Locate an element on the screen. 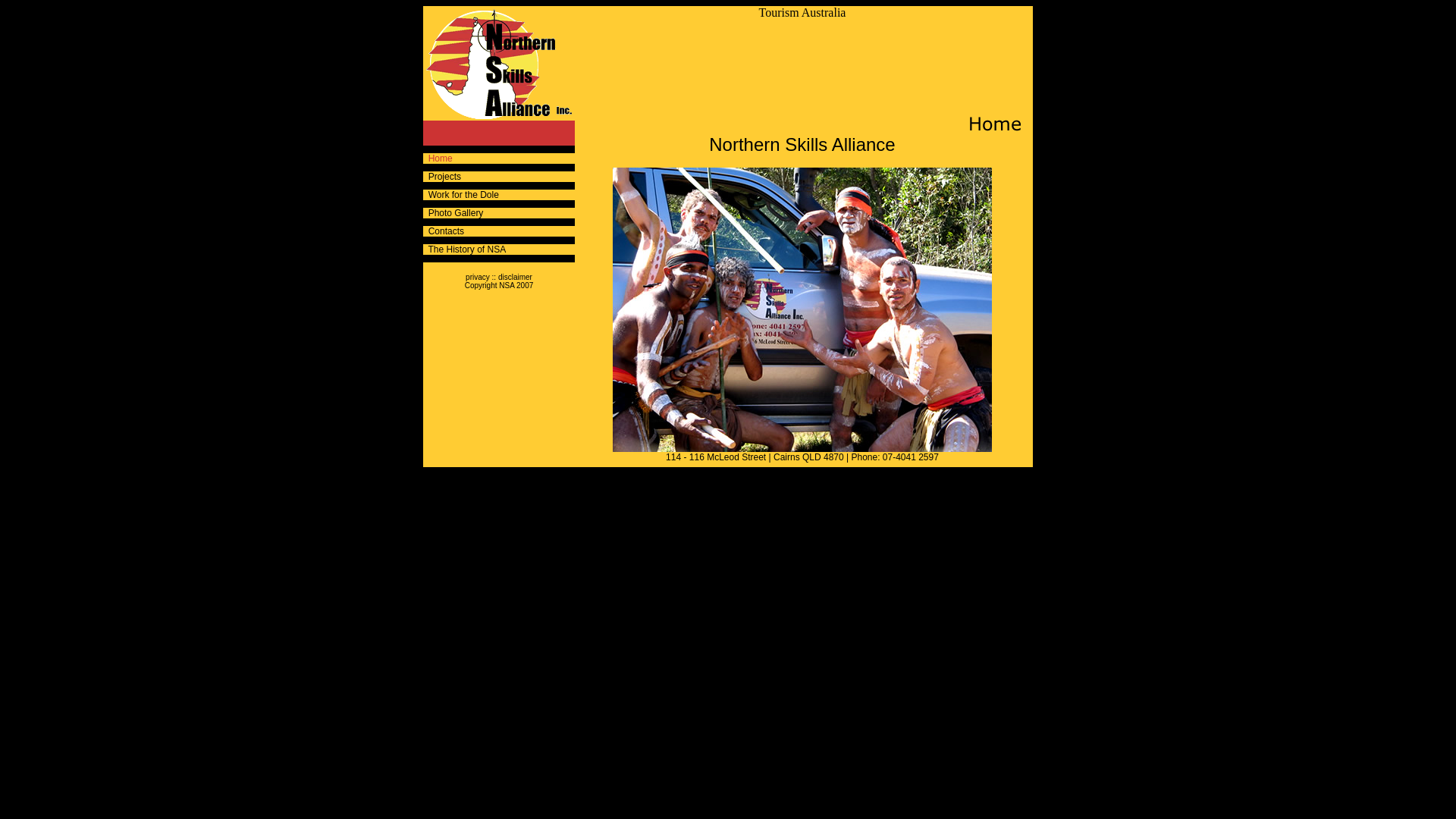 The image size is (1456, 819). 'privacy' is located at coordinates (476, 277).